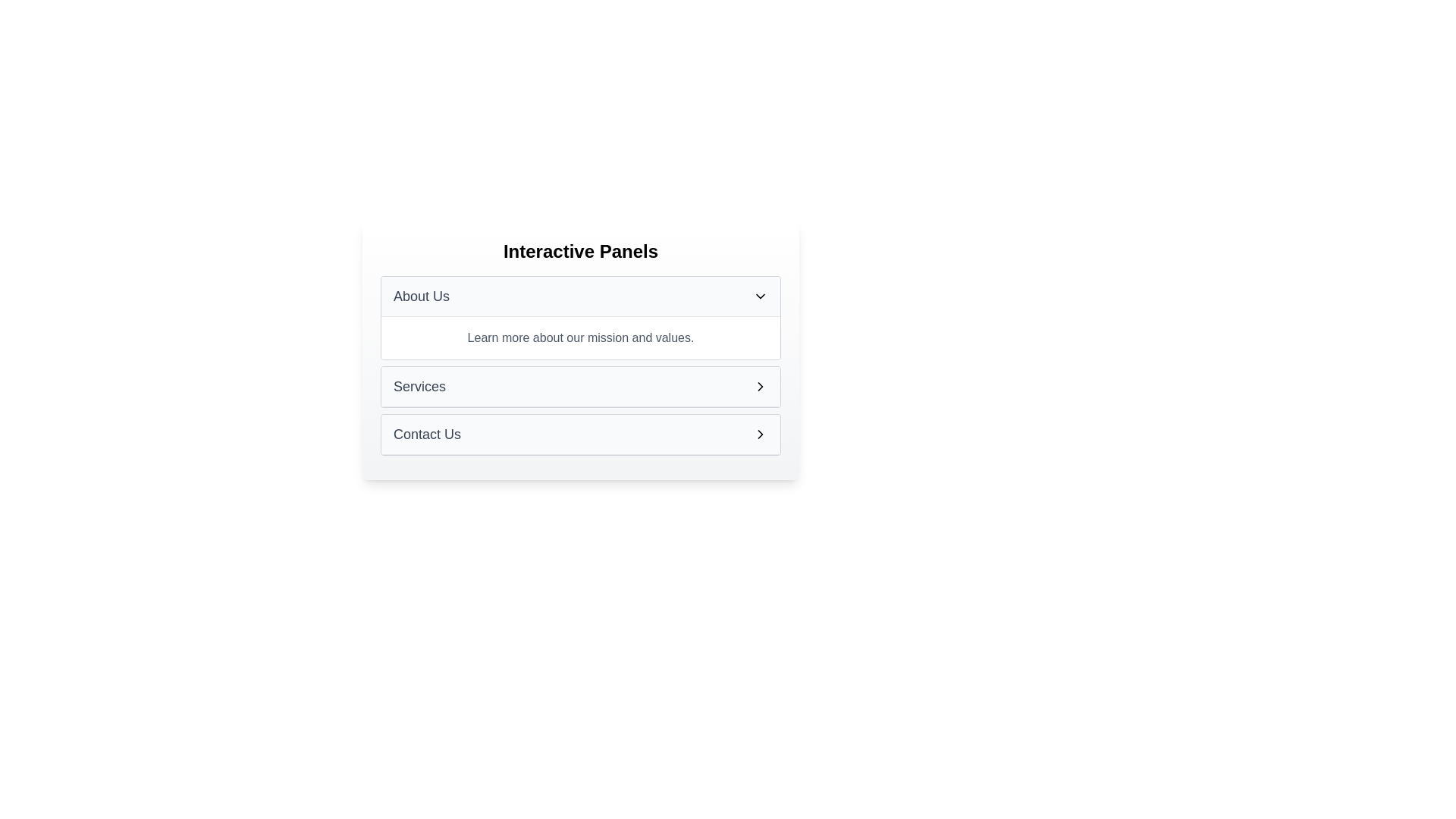  I want to click on the 'About Us' section of the Collapsible Panel titled 'Interactive Panels', so click(580, 350).